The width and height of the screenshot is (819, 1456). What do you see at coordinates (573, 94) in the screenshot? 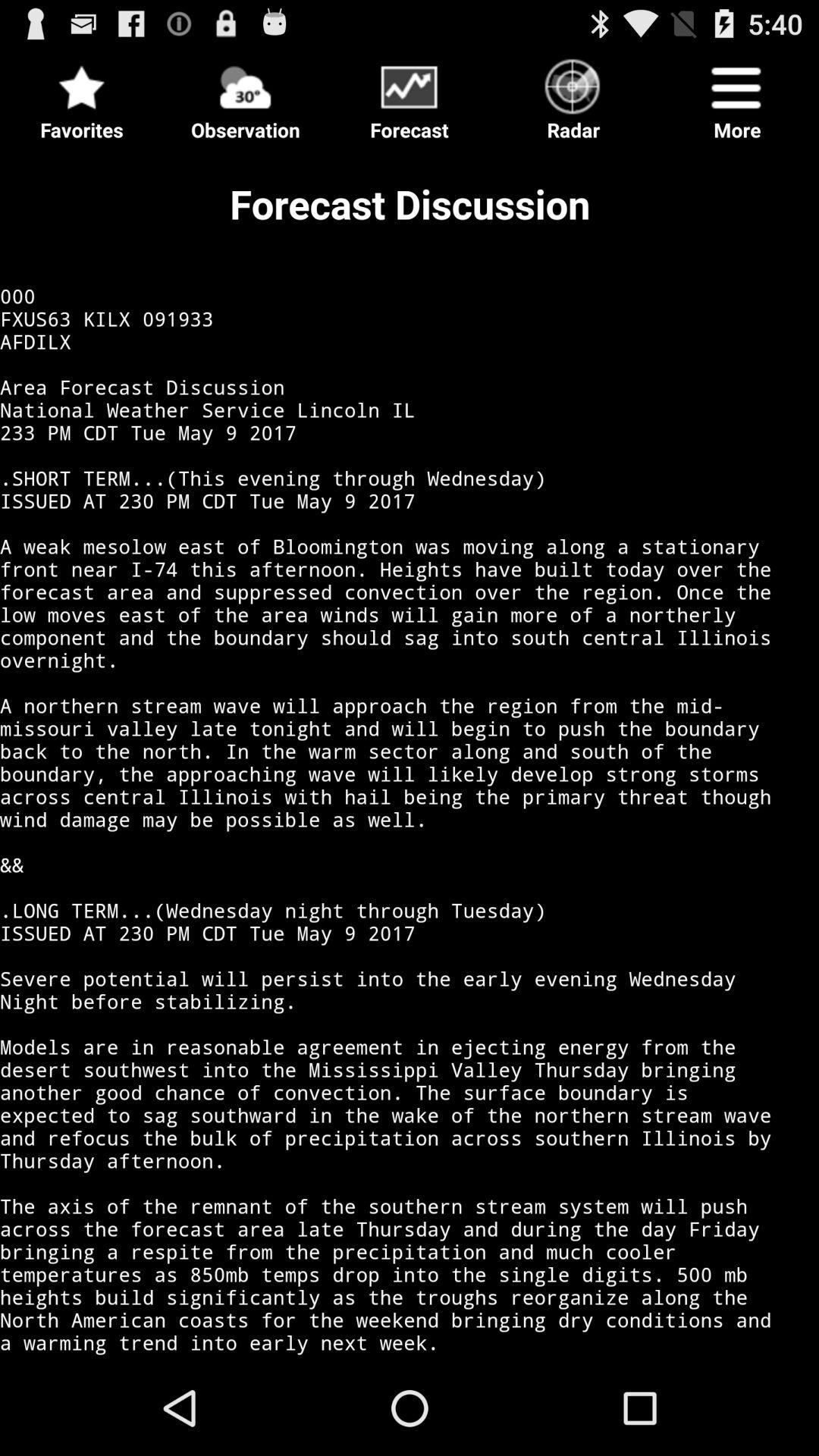
I see `button to the right of forecast button` at bounding box center [573, 94].